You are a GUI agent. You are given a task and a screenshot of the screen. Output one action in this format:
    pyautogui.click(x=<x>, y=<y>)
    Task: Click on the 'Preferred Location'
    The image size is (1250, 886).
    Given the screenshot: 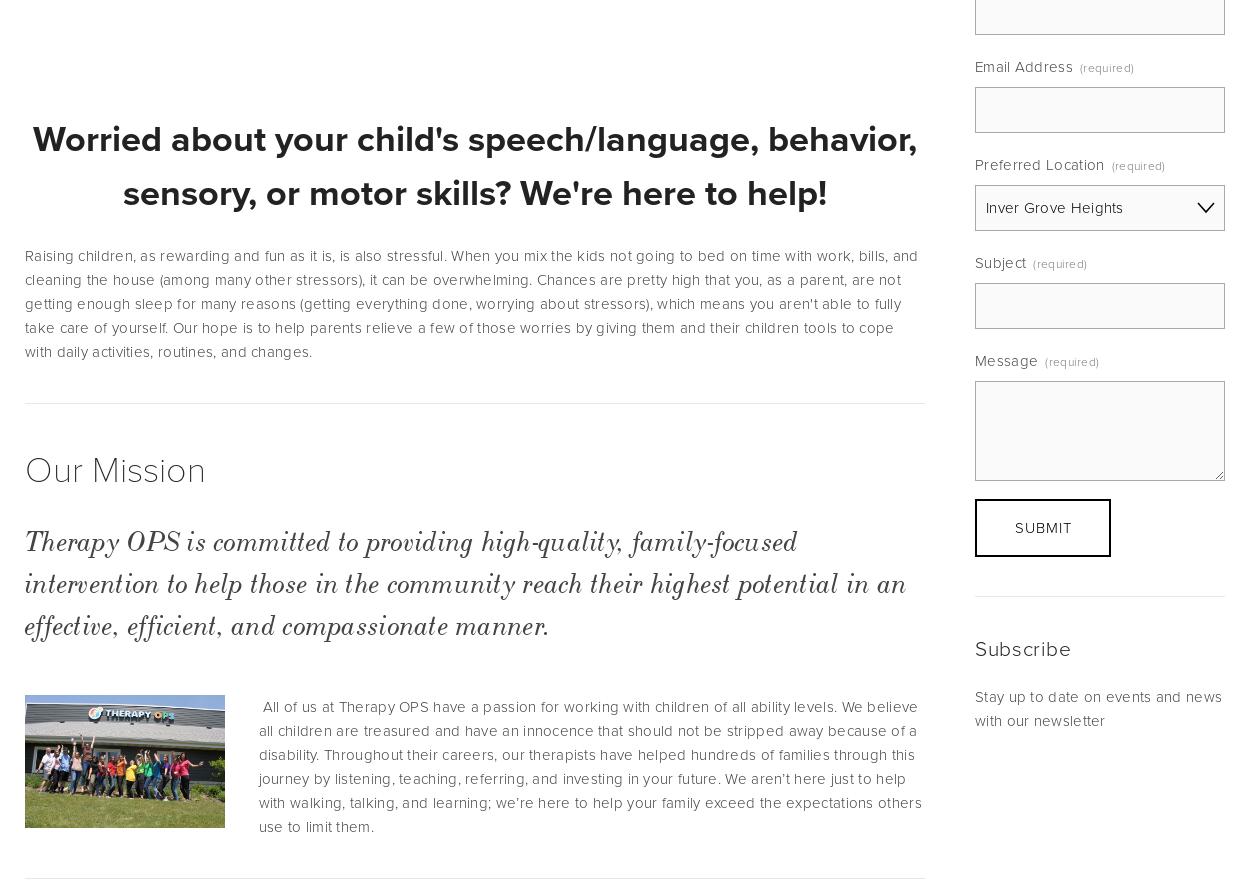 What is the action you would take?
    pyautogui.click(x=1039, y=162)
    